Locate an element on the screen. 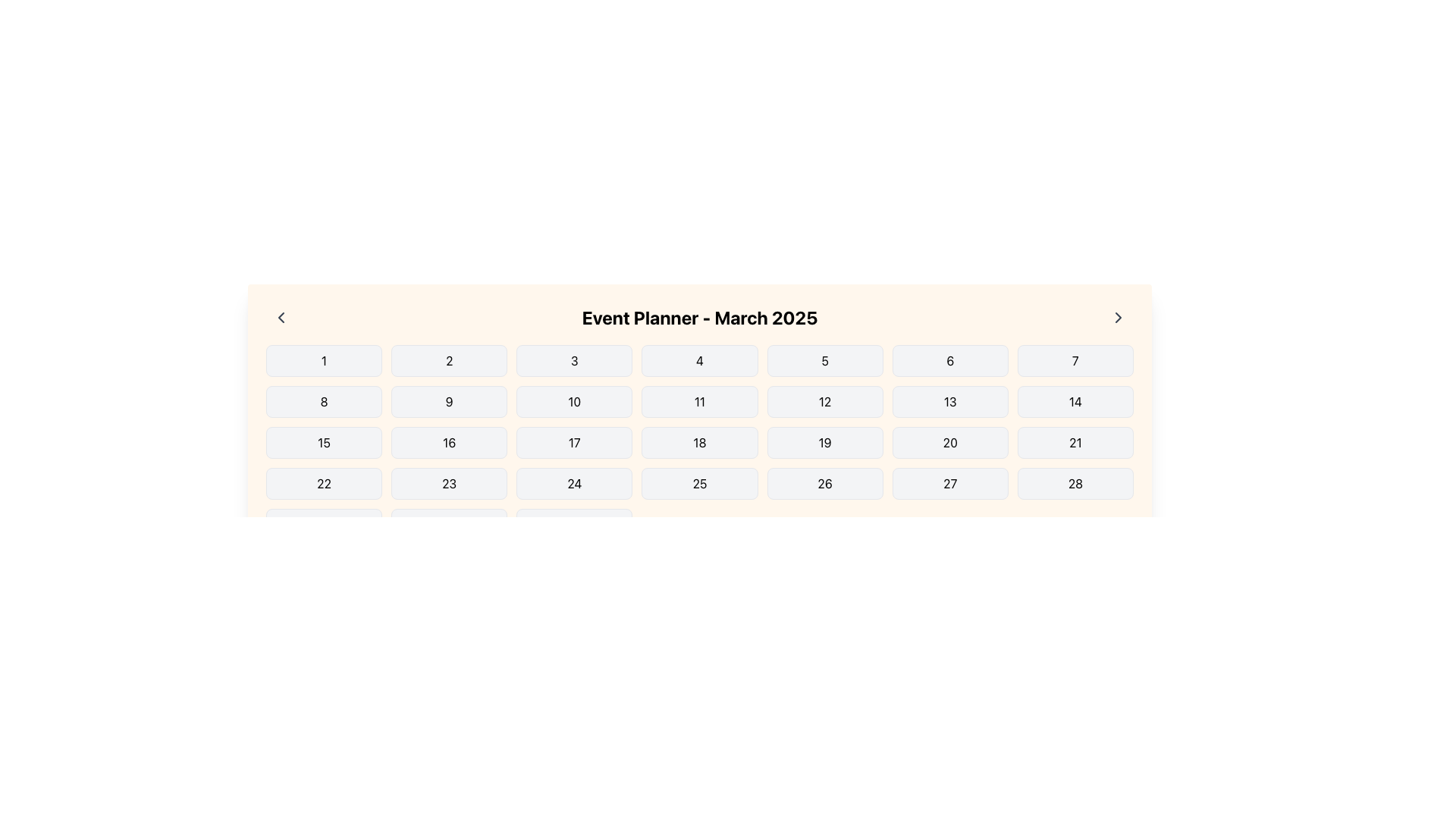 The width and height of the screenshot is (1456, 819). the calendar day button labeled '6' within the date selector interface is located at coordinates (949, 360).